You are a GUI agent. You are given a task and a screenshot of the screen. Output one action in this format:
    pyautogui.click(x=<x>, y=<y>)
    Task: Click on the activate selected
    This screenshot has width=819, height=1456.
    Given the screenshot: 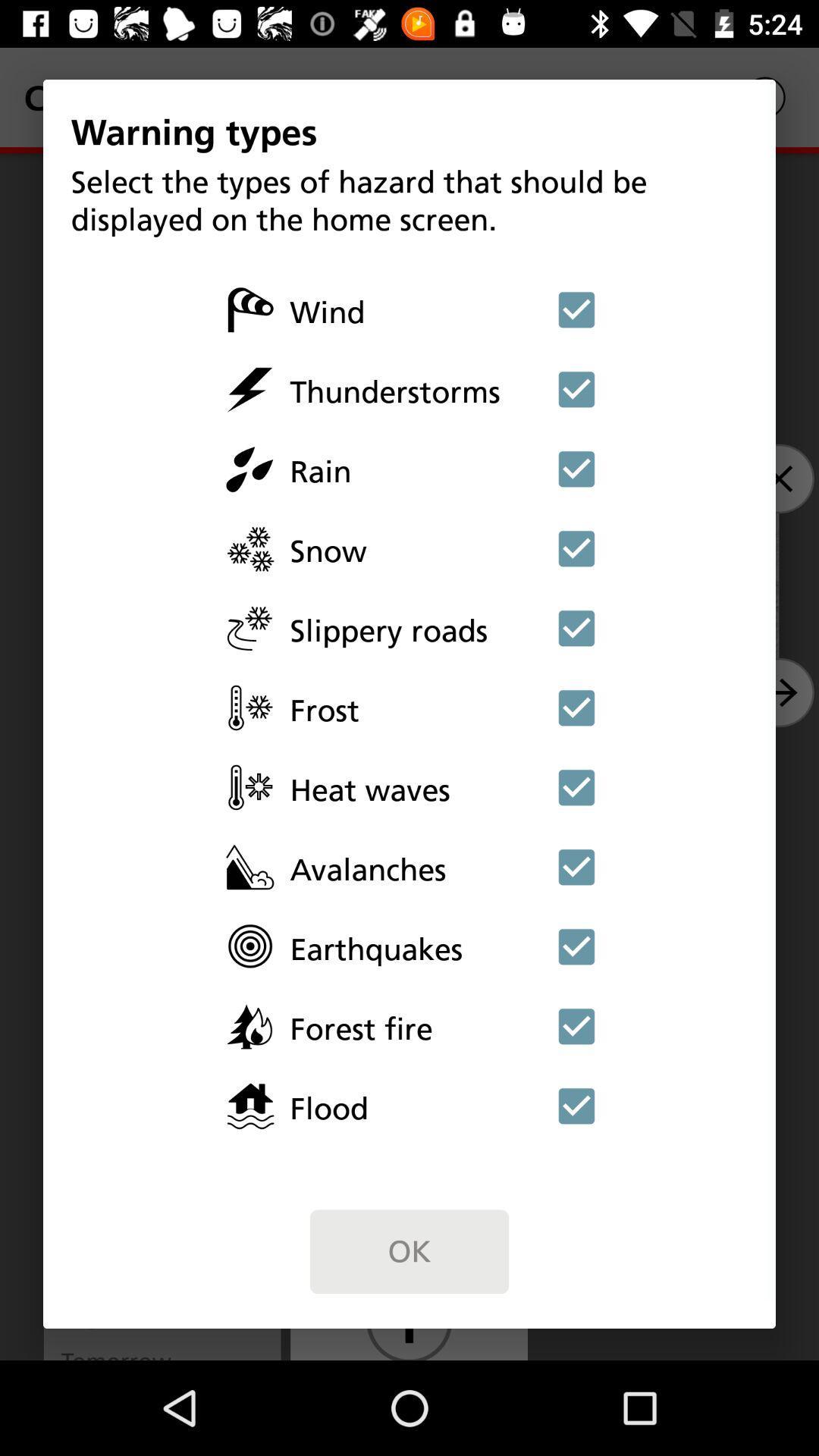 What is the action you would take?
    pyautogui.click(x=576, y=707)
    